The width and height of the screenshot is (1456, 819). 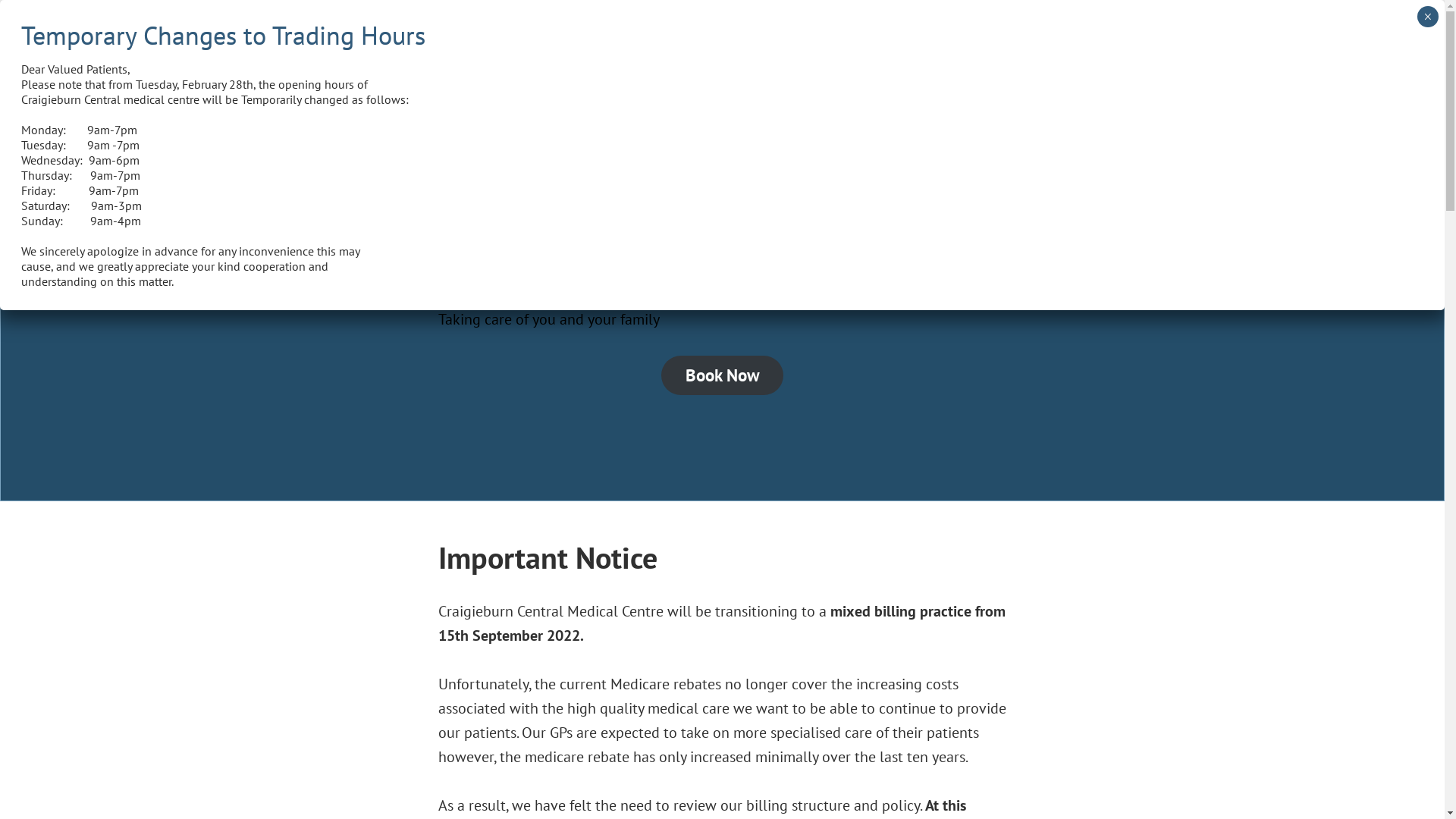 What do you see at coordinates (976, 45) in the screenshot?
I see `'Contact Us'` at bounding box center [976, 45].